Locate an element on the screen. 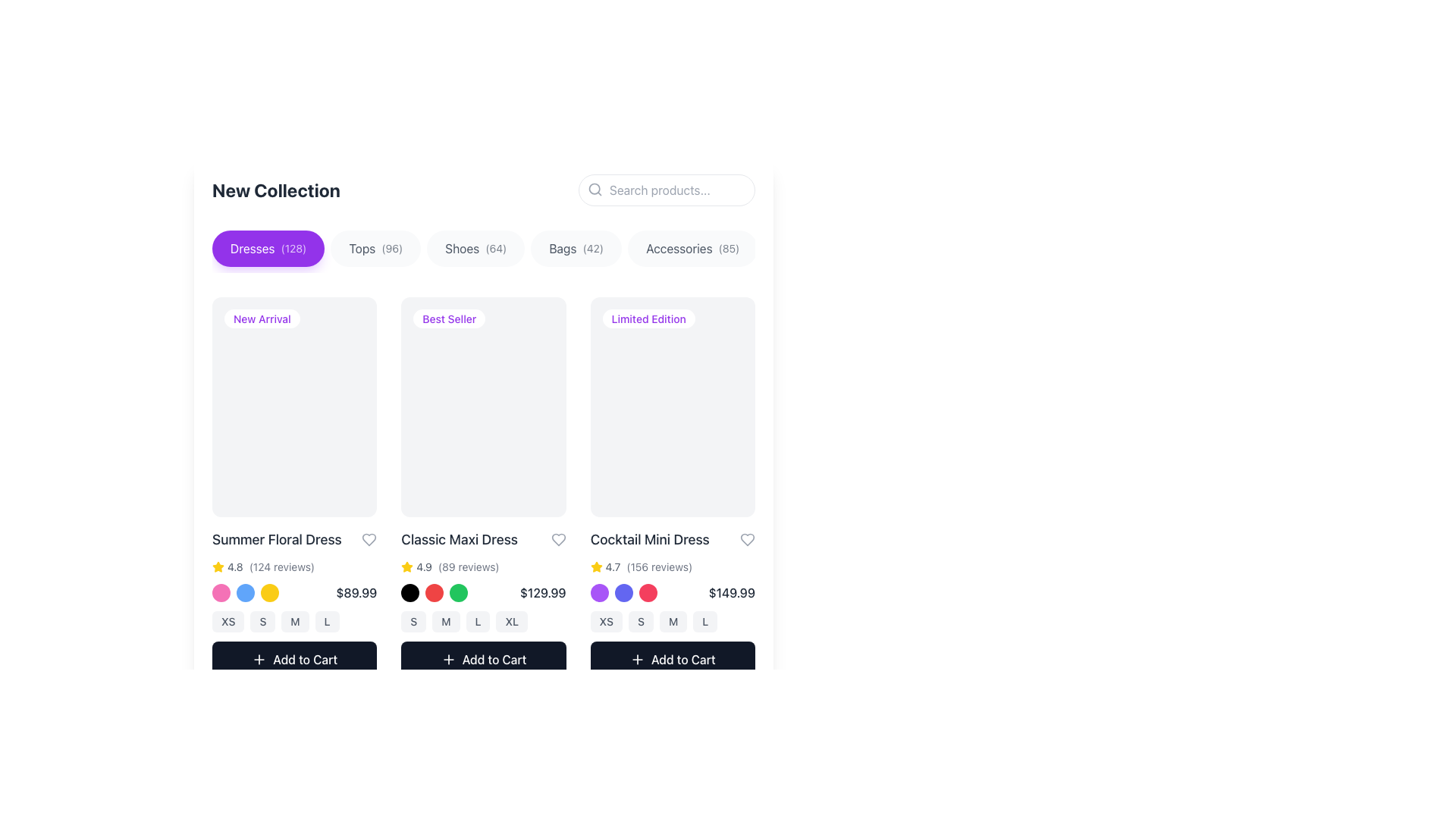  the Icon Button located to the right of the 'Classic Maxi Dress' product details is located at coordinates (557, 538).